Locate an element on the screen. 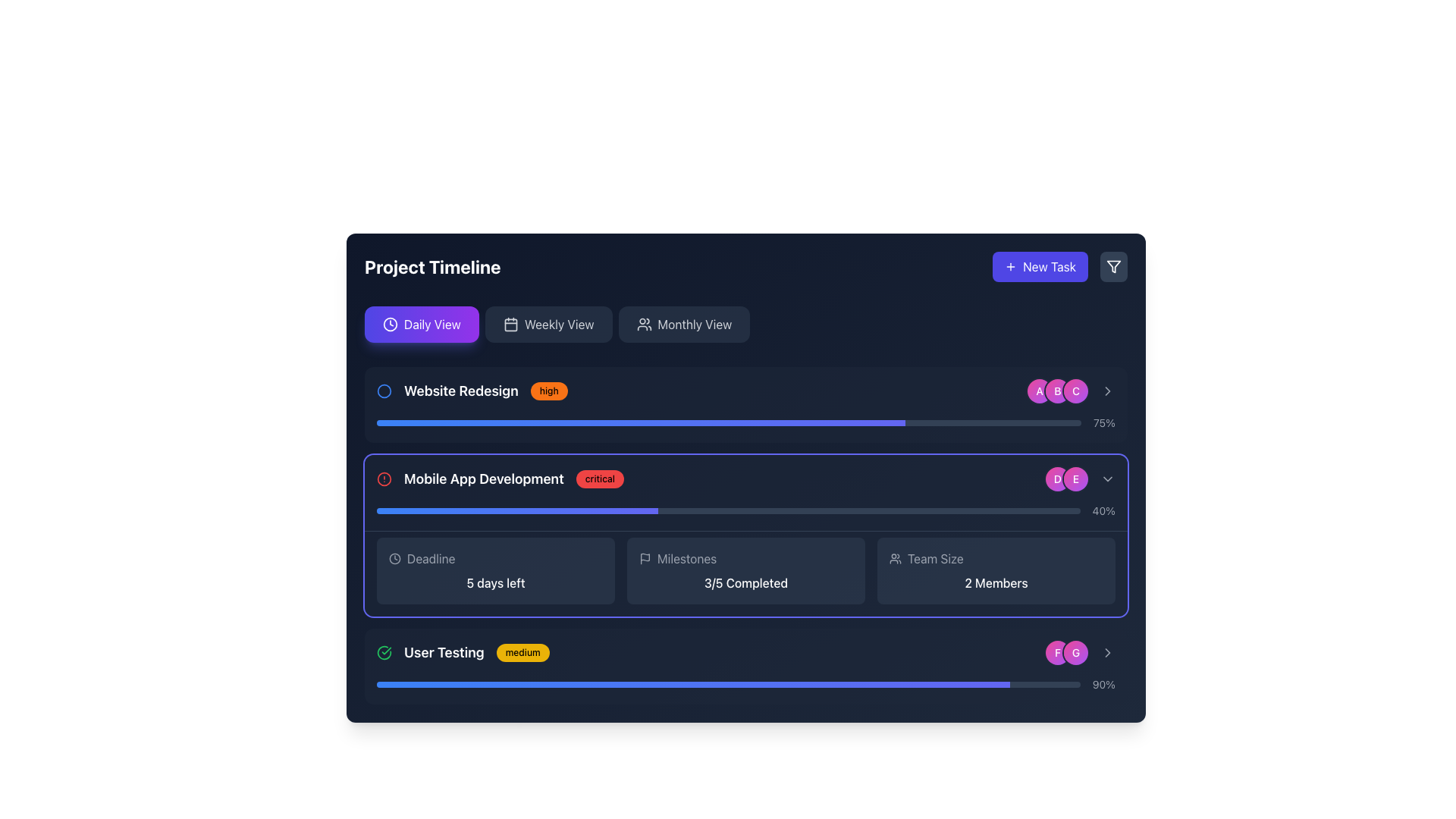 Image resolution: width=1456 pixels, height=819 pixels. the third button in the horizontal sequence of view selector buttons to switch to the monthly view is located at coordinates (683, 324).